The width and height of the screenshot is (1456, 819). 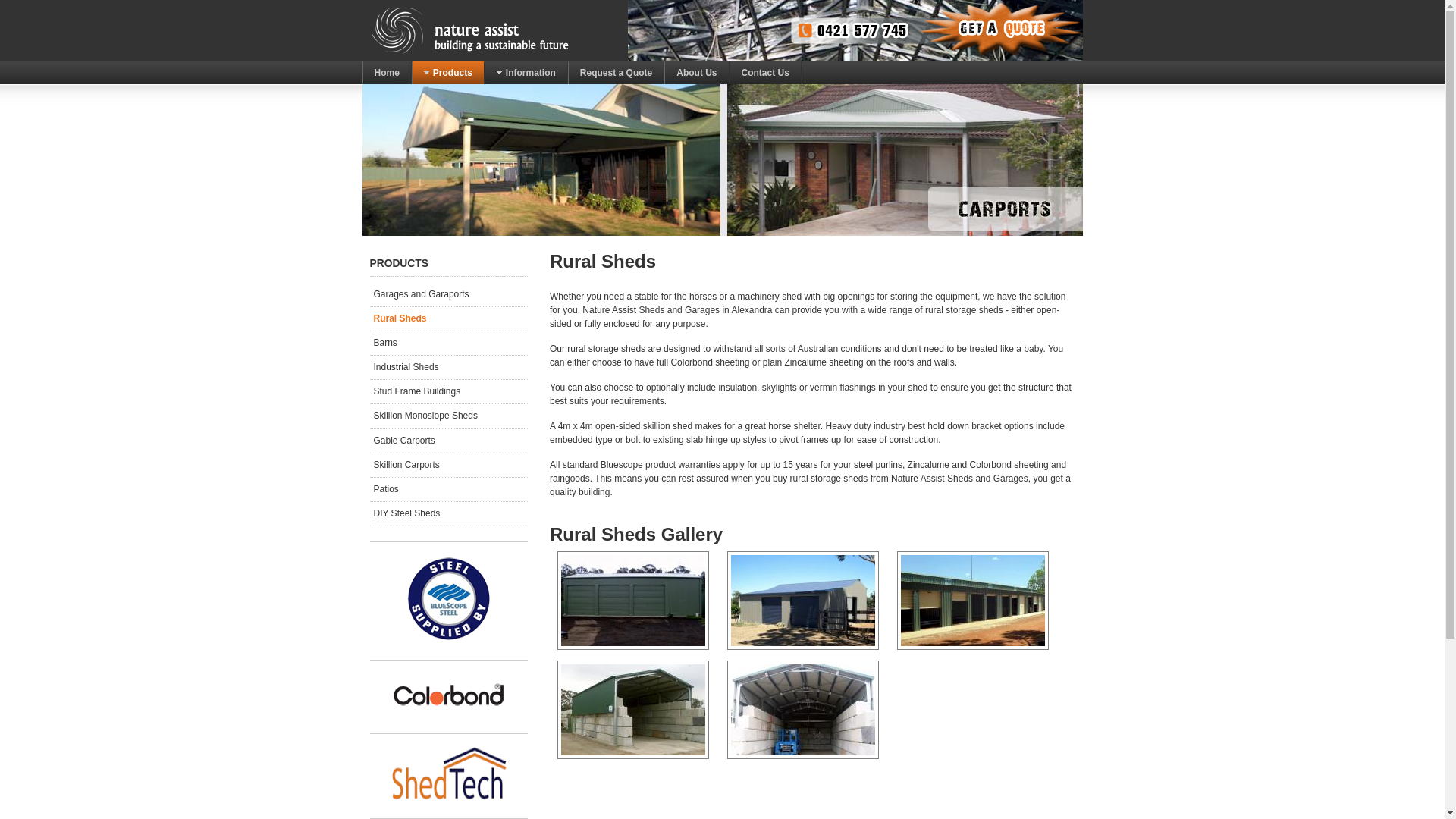 I want to click on 'Barns', so click(x=447, y=343).